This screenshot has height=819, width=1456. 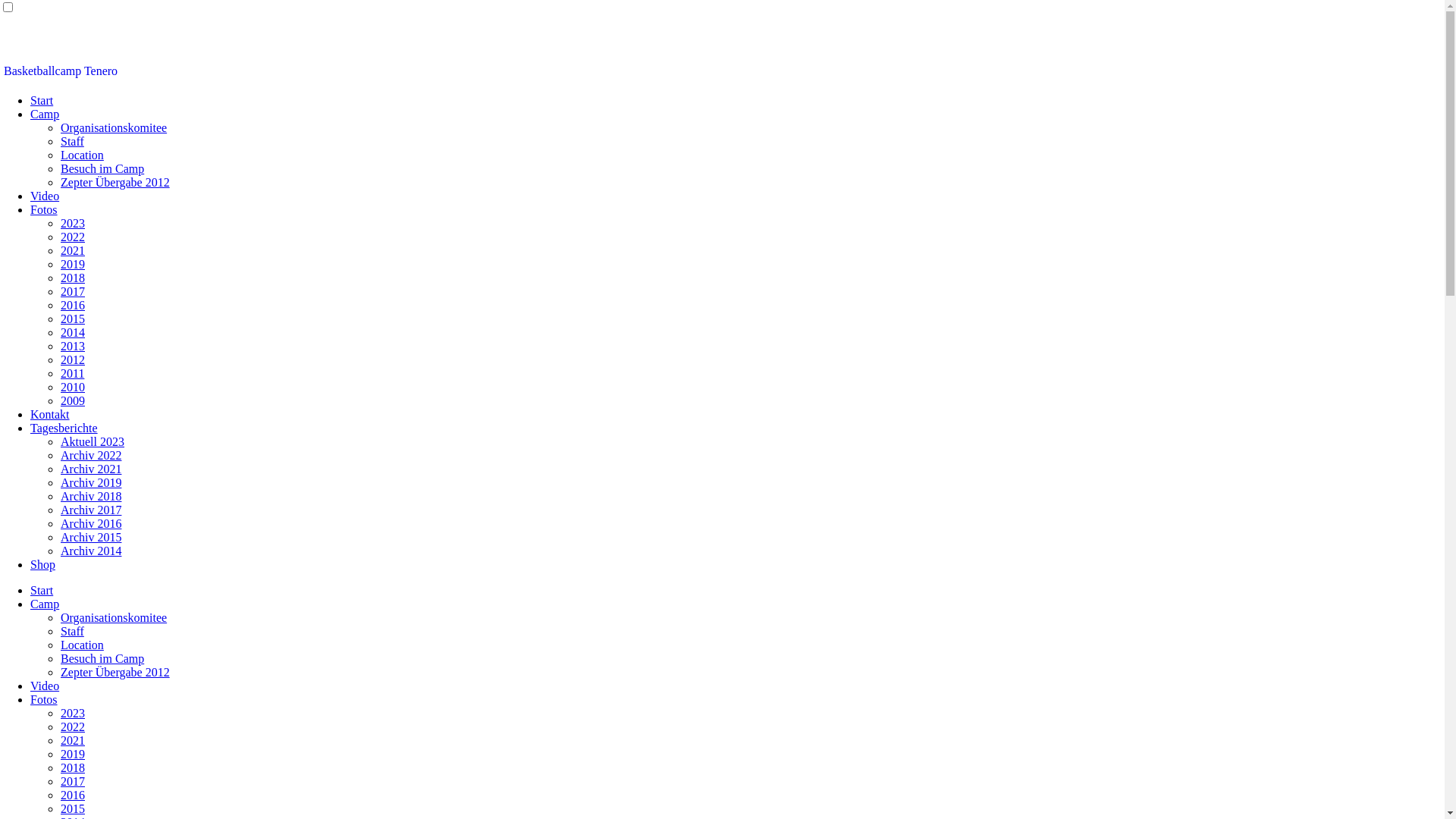 I want to click on 'Basketballcamp Tenero', so click(x=61, y=71).